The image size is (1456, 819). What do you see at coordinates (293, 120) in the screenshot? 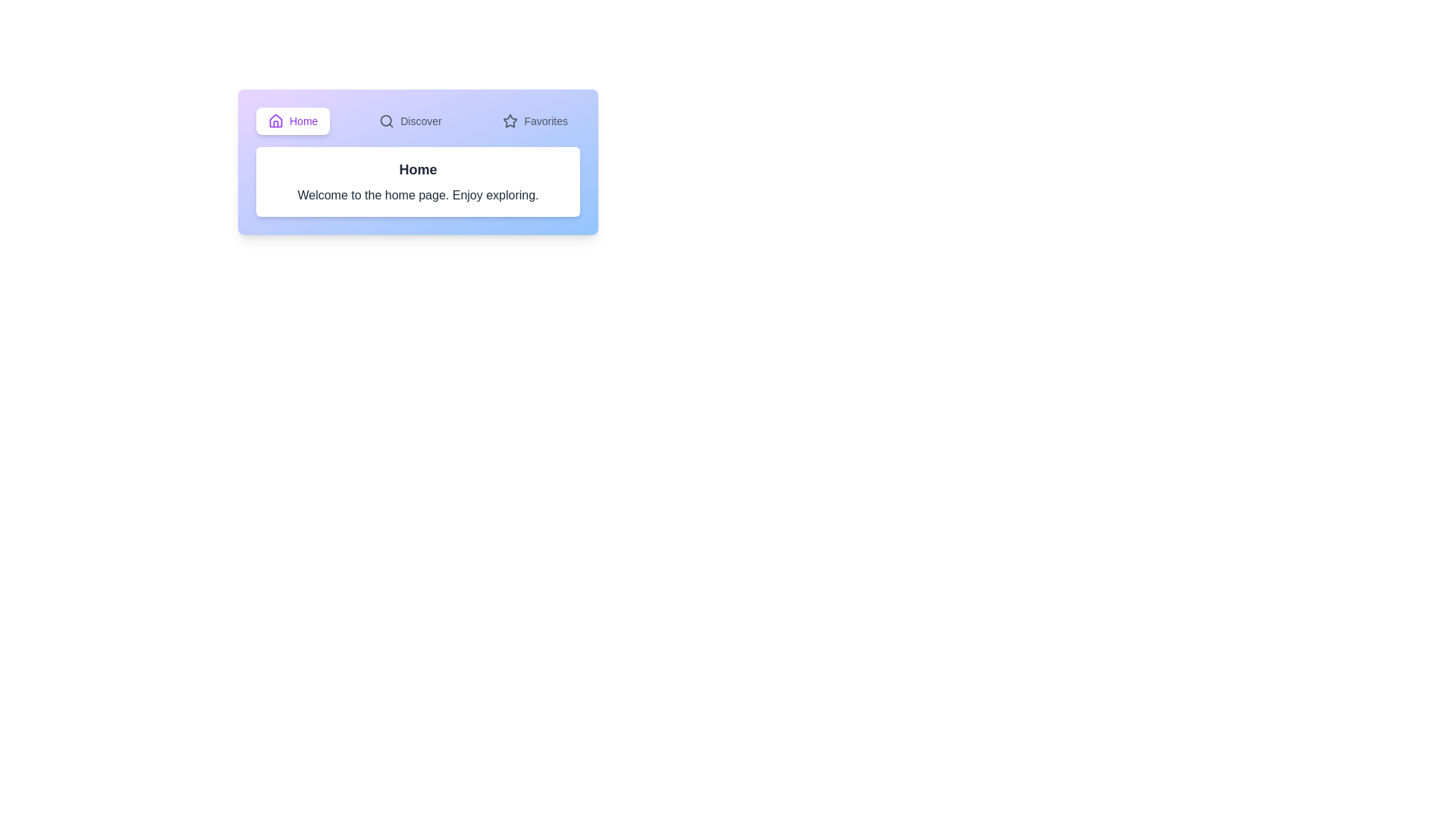
I see `the tab labeled Home to select it` at bounding box center [293, 120].